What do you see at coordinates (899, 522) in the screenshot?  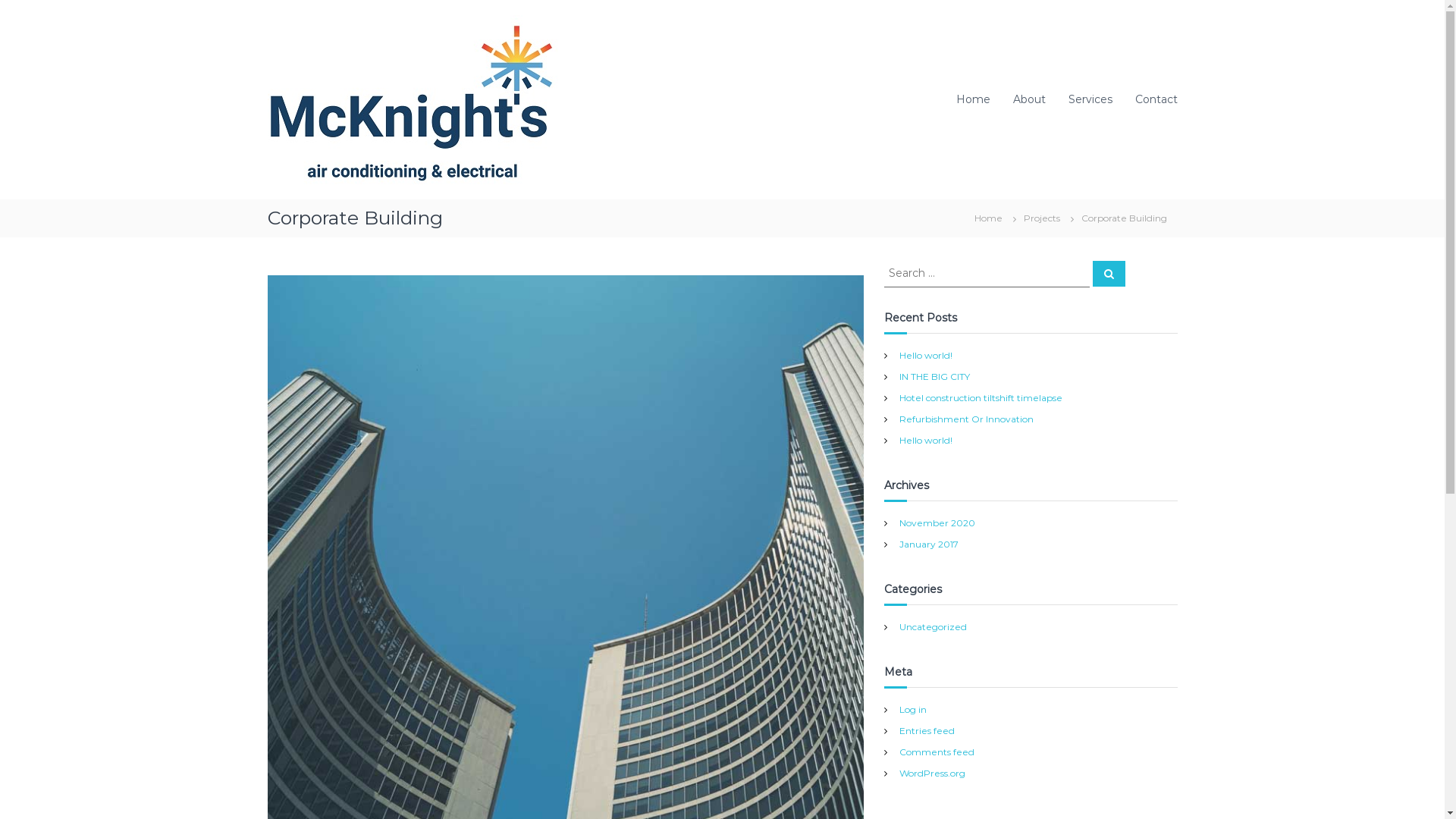 I see `'November 2020'` at bounding box center [899, 522].